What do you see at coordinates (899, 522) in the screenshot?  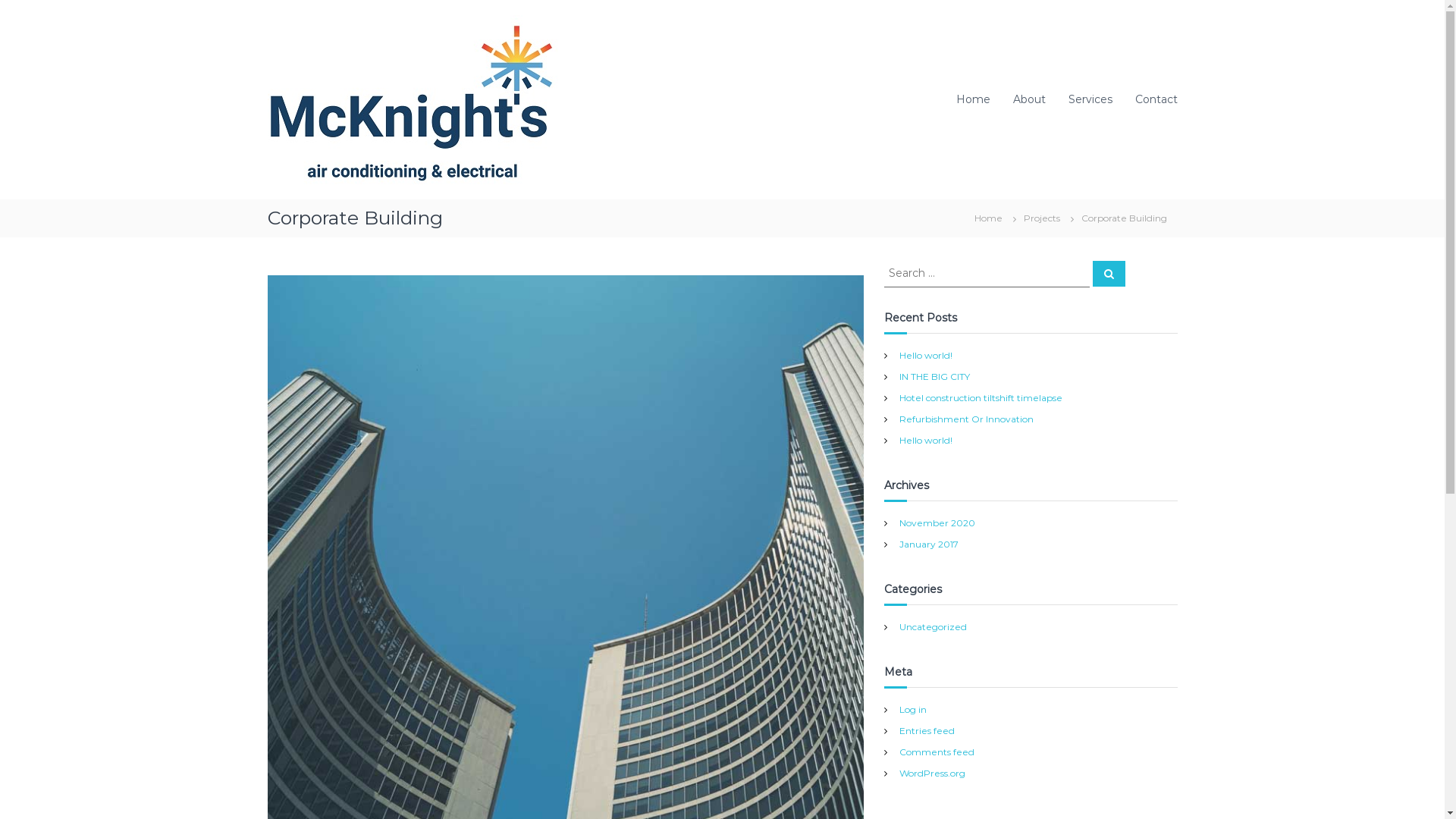 I see `'November 2020'` at bounding box center [899, 522].